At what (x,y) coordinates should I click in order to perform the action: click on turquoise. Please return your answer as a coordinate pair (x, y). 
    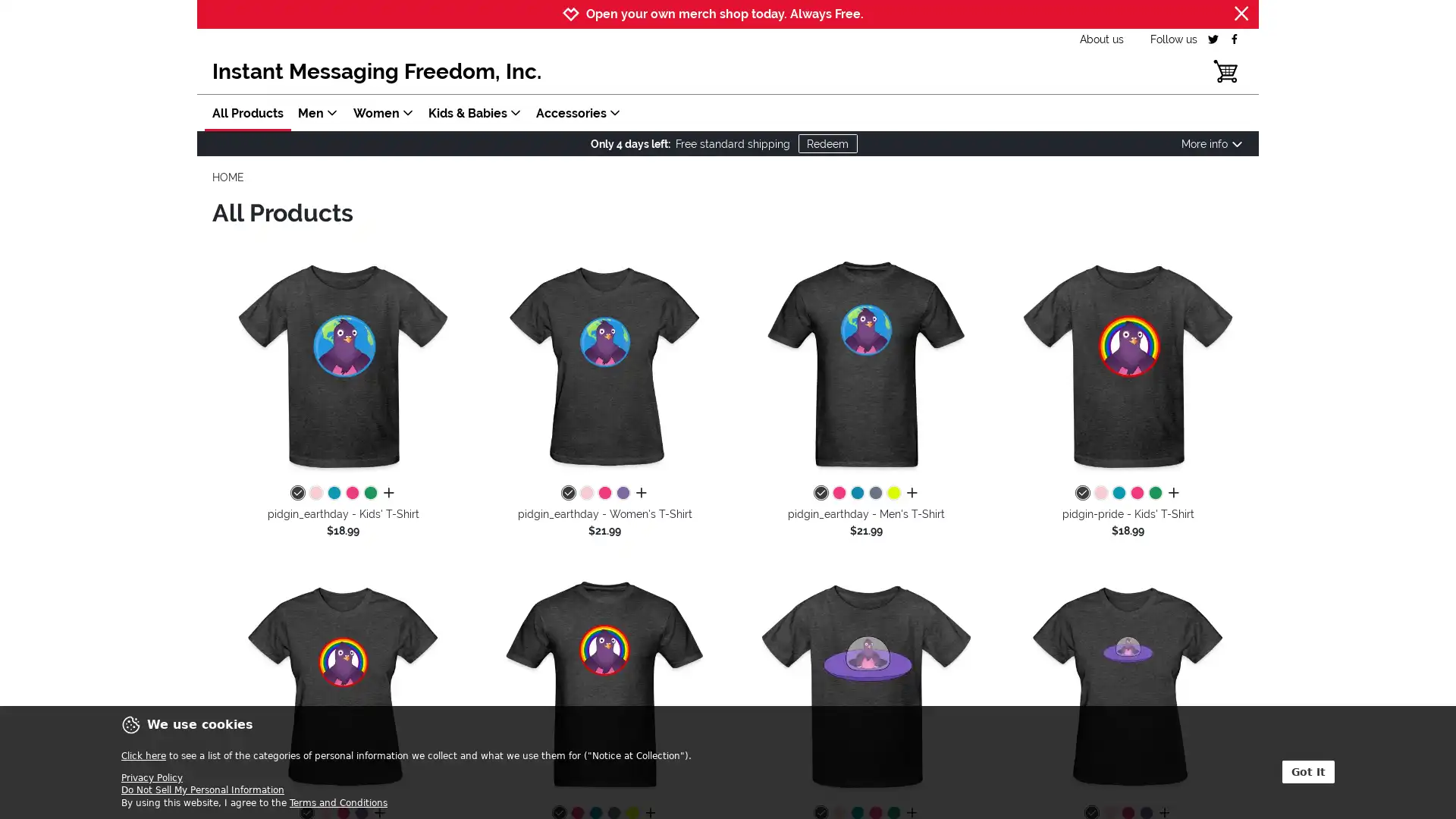
    Looking at the image, I should click on (1118, 494).